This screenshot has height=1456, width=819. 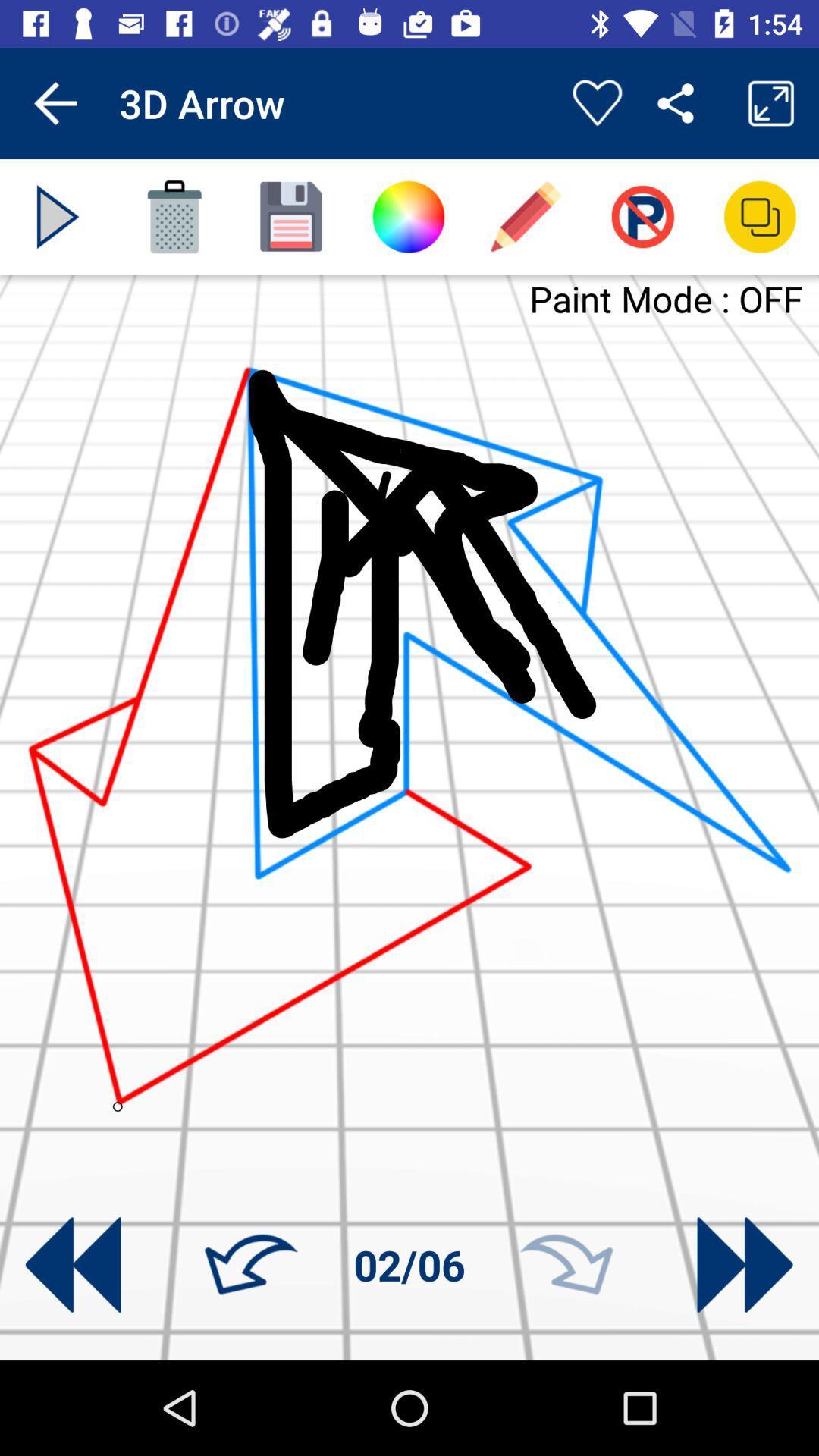 What do you see at coordinates (760, 216) in the screenshot?
I see `new layer` at bounding box center [760, 216].